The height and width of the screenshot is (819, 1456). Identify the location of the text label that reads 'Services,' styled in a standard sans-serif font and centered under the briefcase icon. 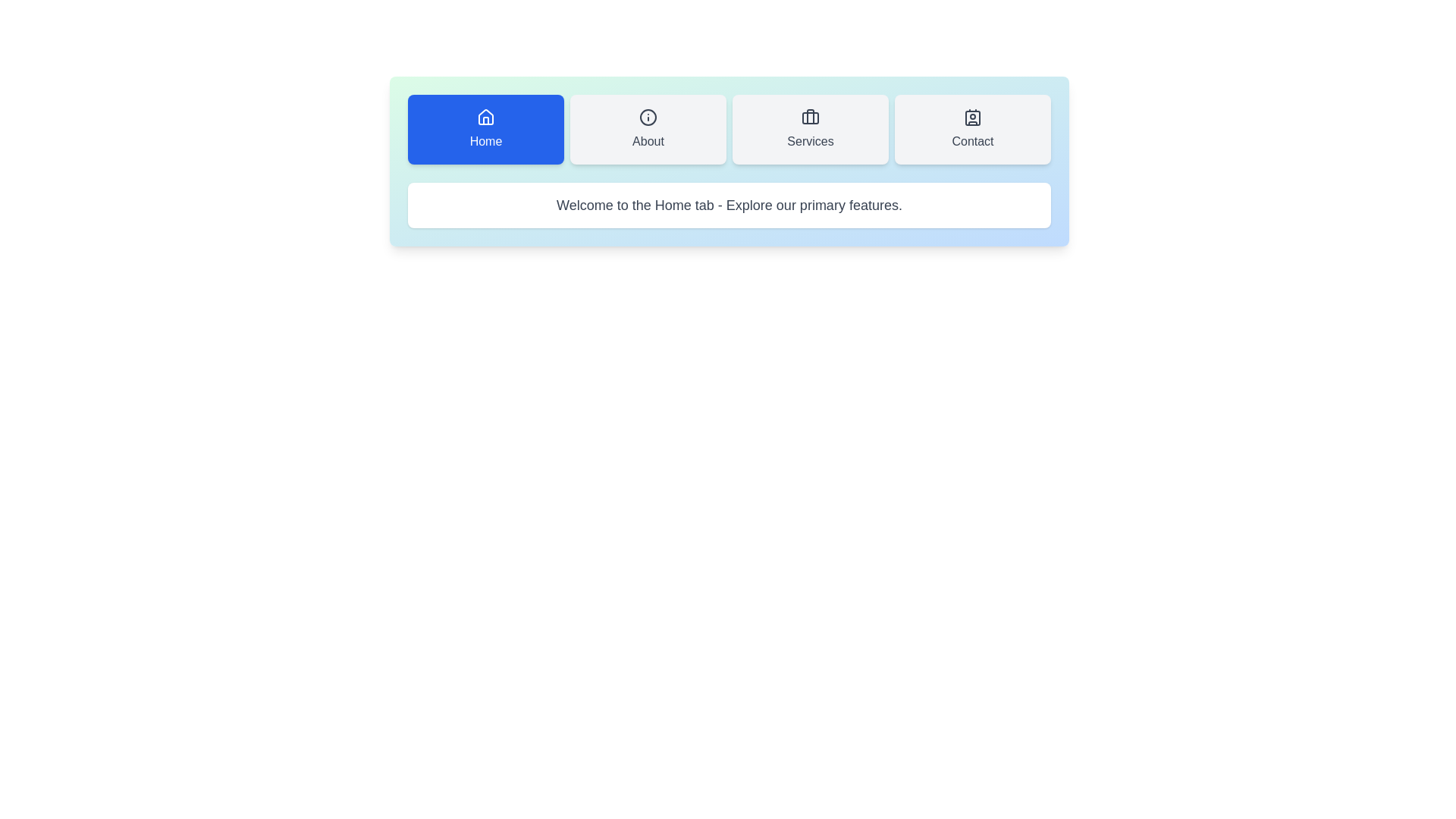
(810, 141).